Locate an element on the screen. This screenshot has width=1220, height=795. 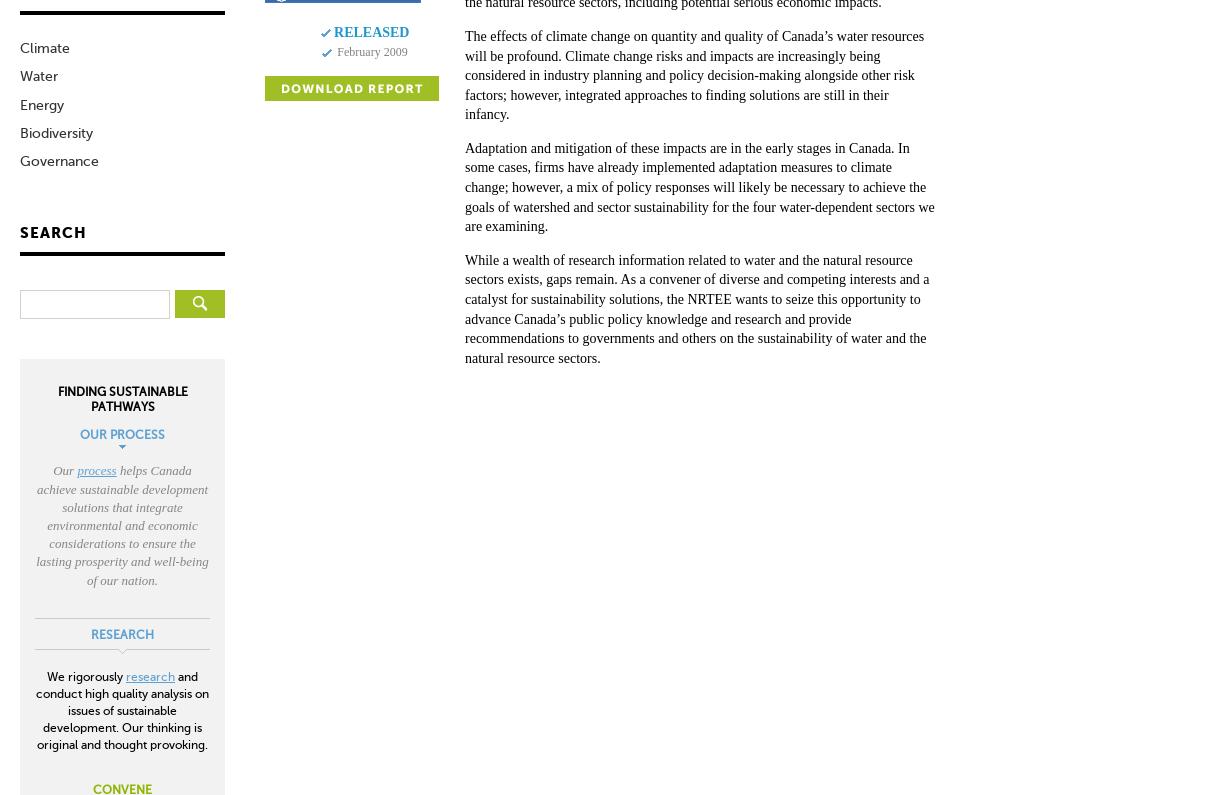
'Climate' is located at coordinates (20, 48).